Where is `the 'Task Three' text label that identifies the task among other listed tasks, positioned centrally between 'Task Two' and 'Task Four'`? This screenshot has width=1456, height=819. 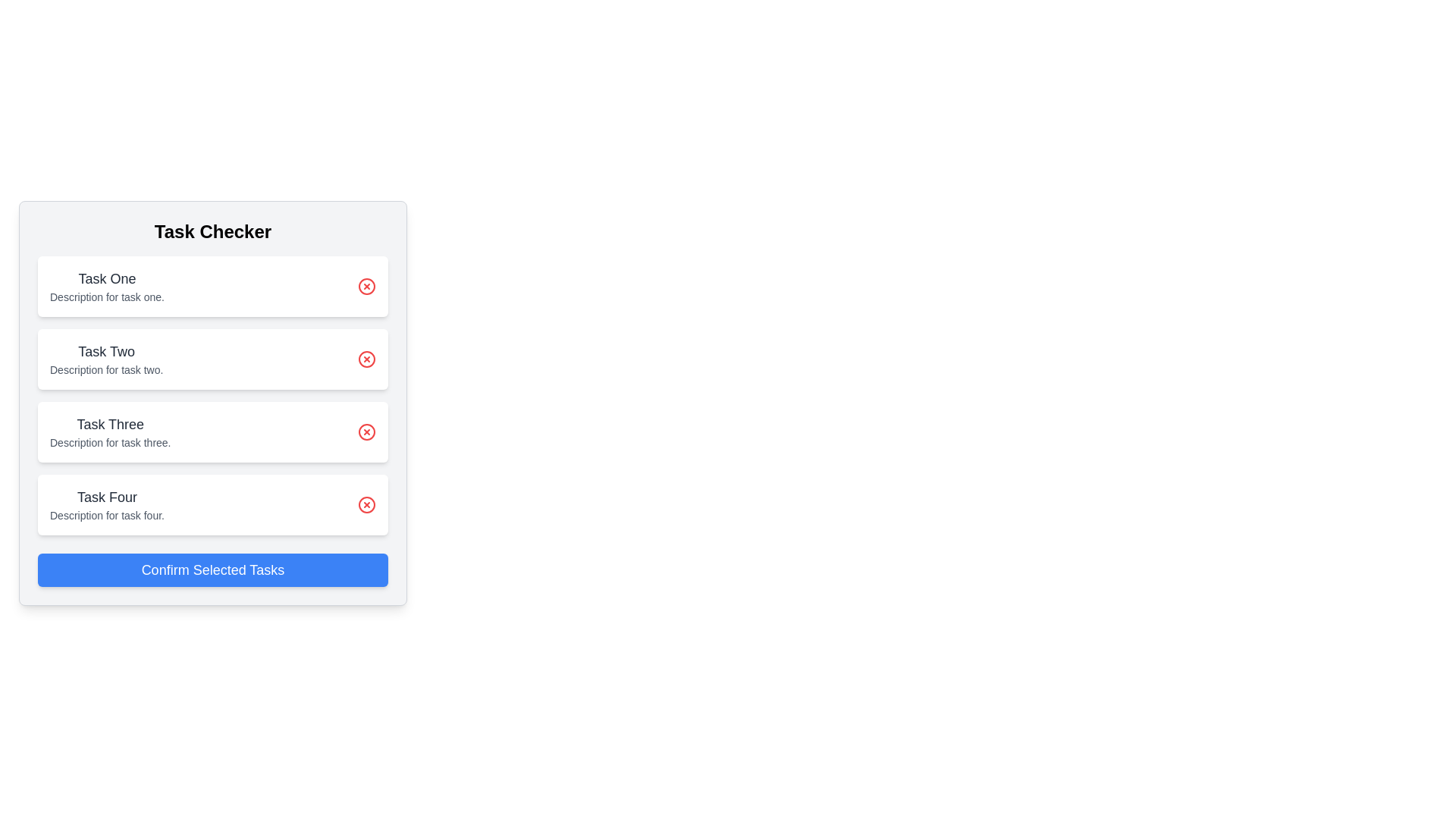 the 'Task Three' text label that identifies the task among other listed tasks, positioned centrally between 'Task Two' and 'Task Four' is located at coordinates (109, 424).